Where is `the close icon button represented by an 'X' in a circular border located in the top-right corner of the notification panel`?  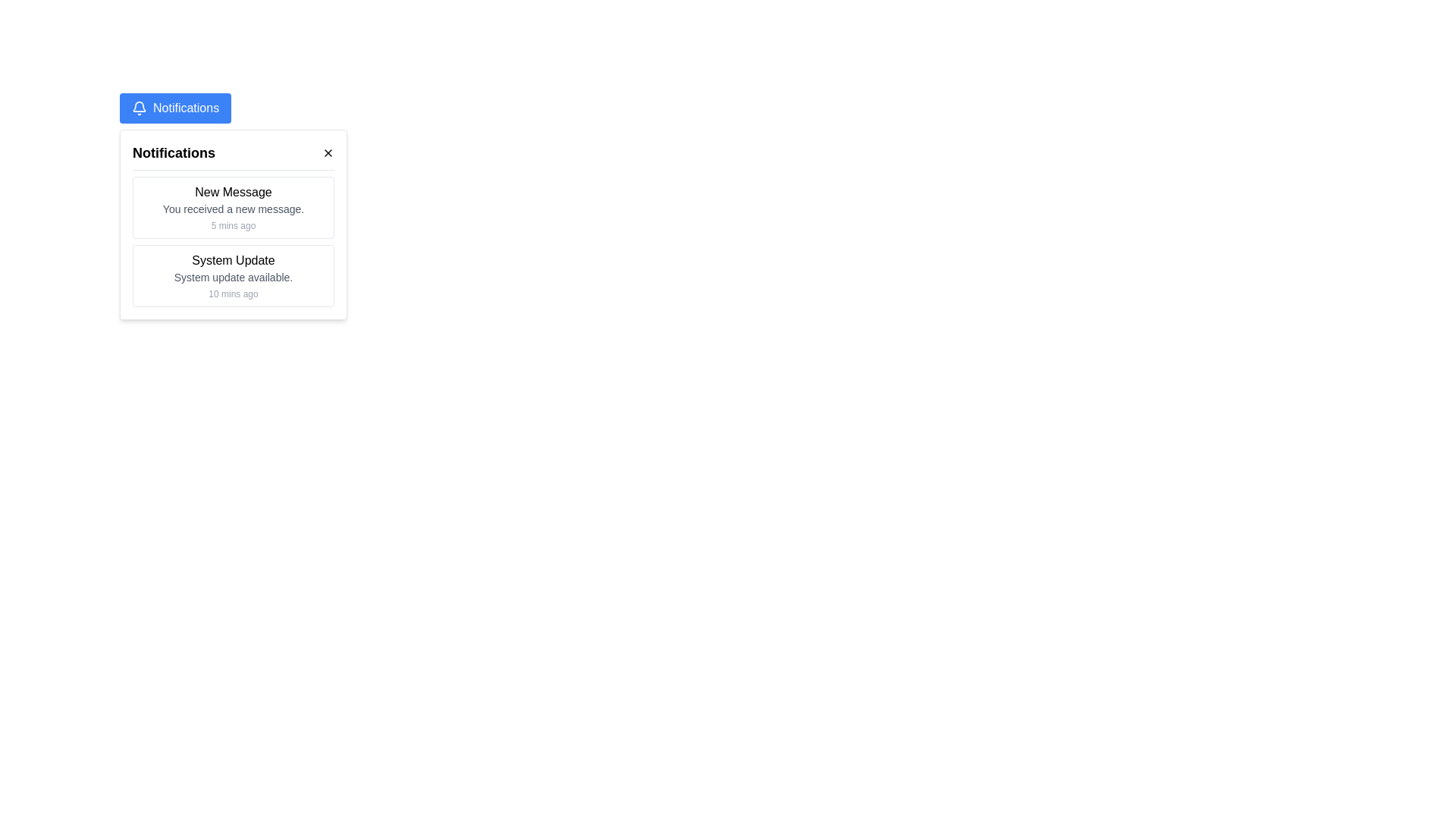 the close icon button represented by an 'X' in a circular border located in the top-right corner of the notification panel is located at coordinates (327, 152).